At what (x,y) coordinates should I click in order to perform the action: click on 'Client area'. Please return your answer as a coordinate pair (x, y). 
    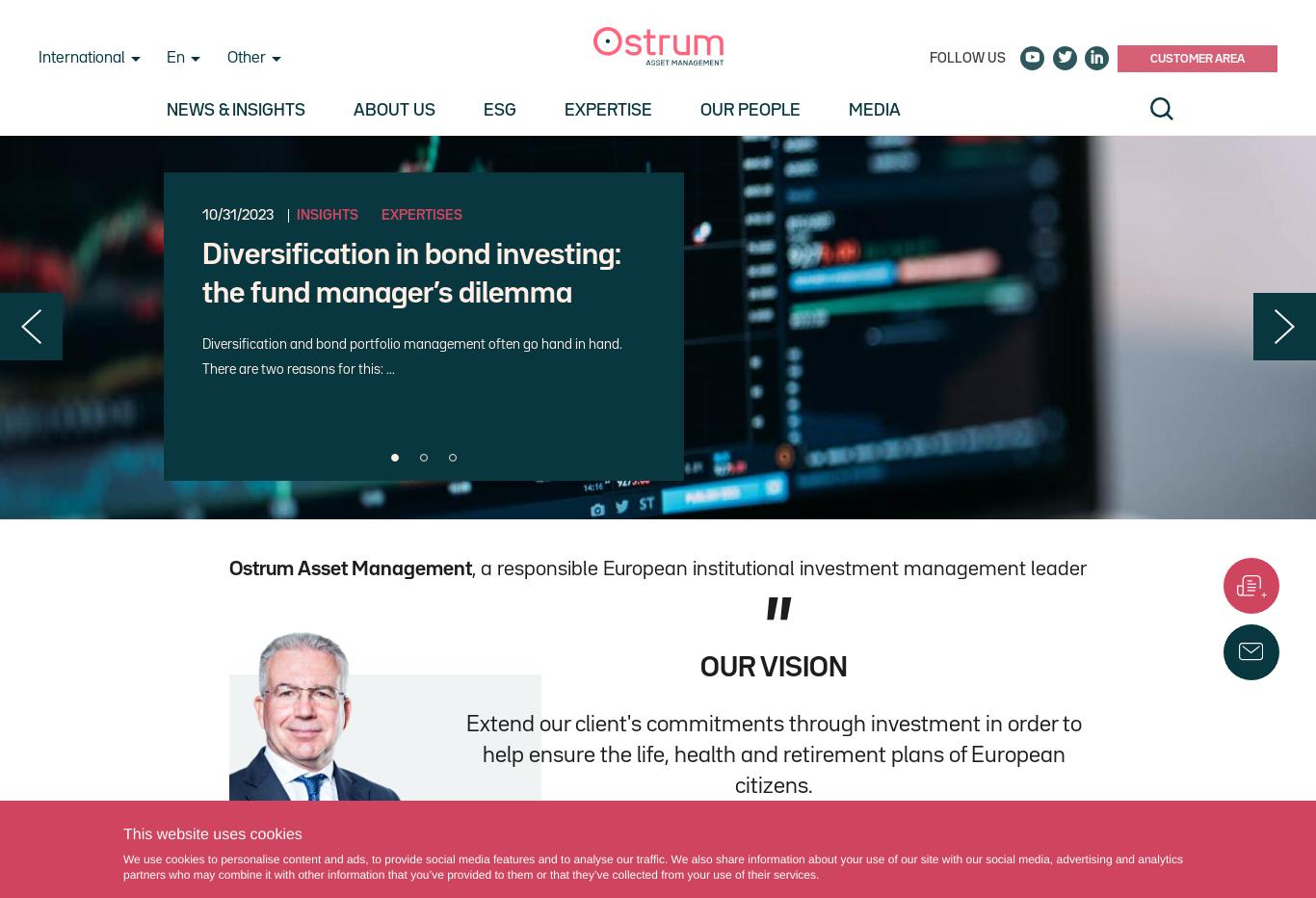
    Looking at the image, I should click on (882, 758).